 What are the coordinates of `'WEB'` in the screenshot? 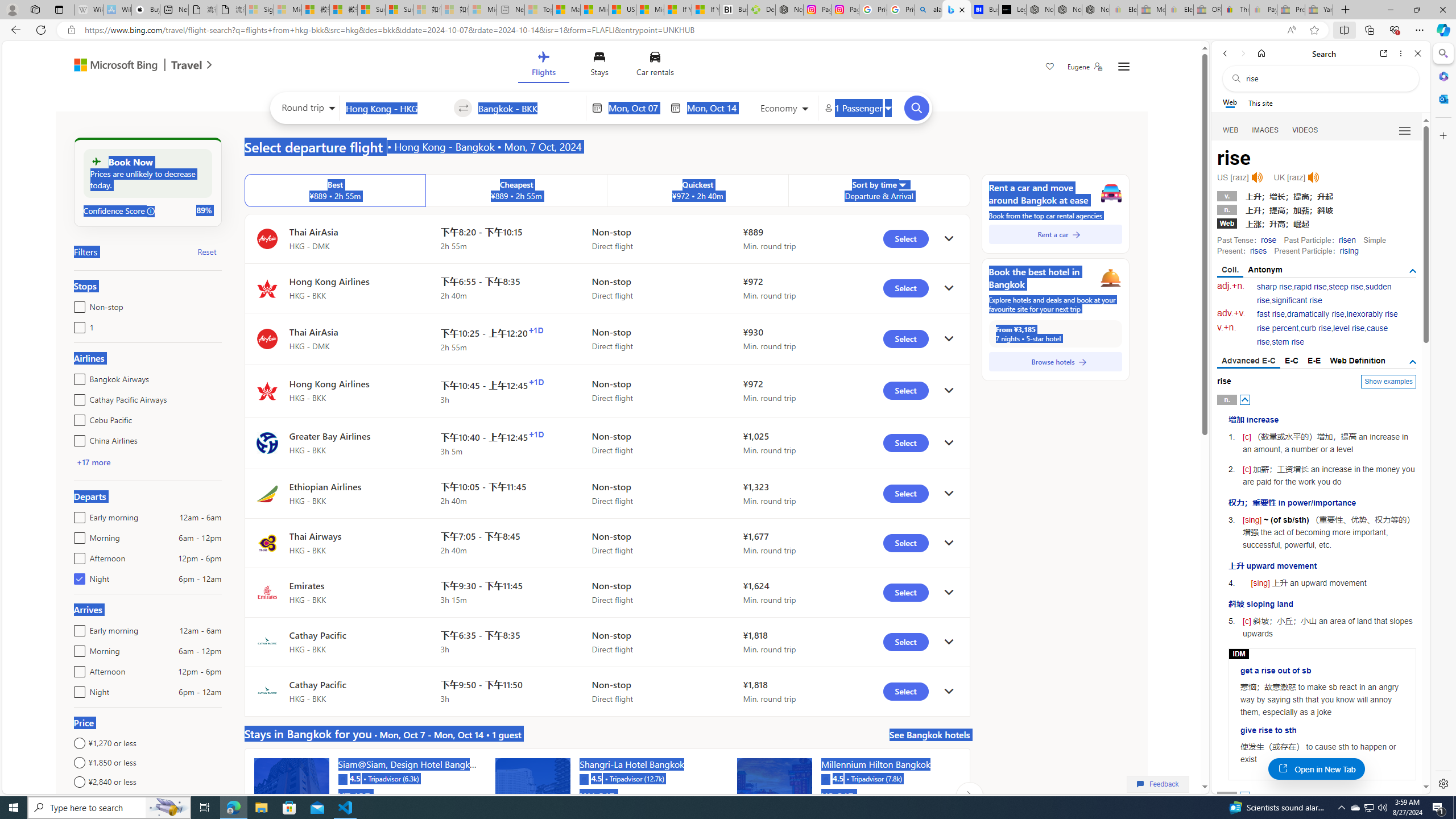 It's located at (1231, 130).